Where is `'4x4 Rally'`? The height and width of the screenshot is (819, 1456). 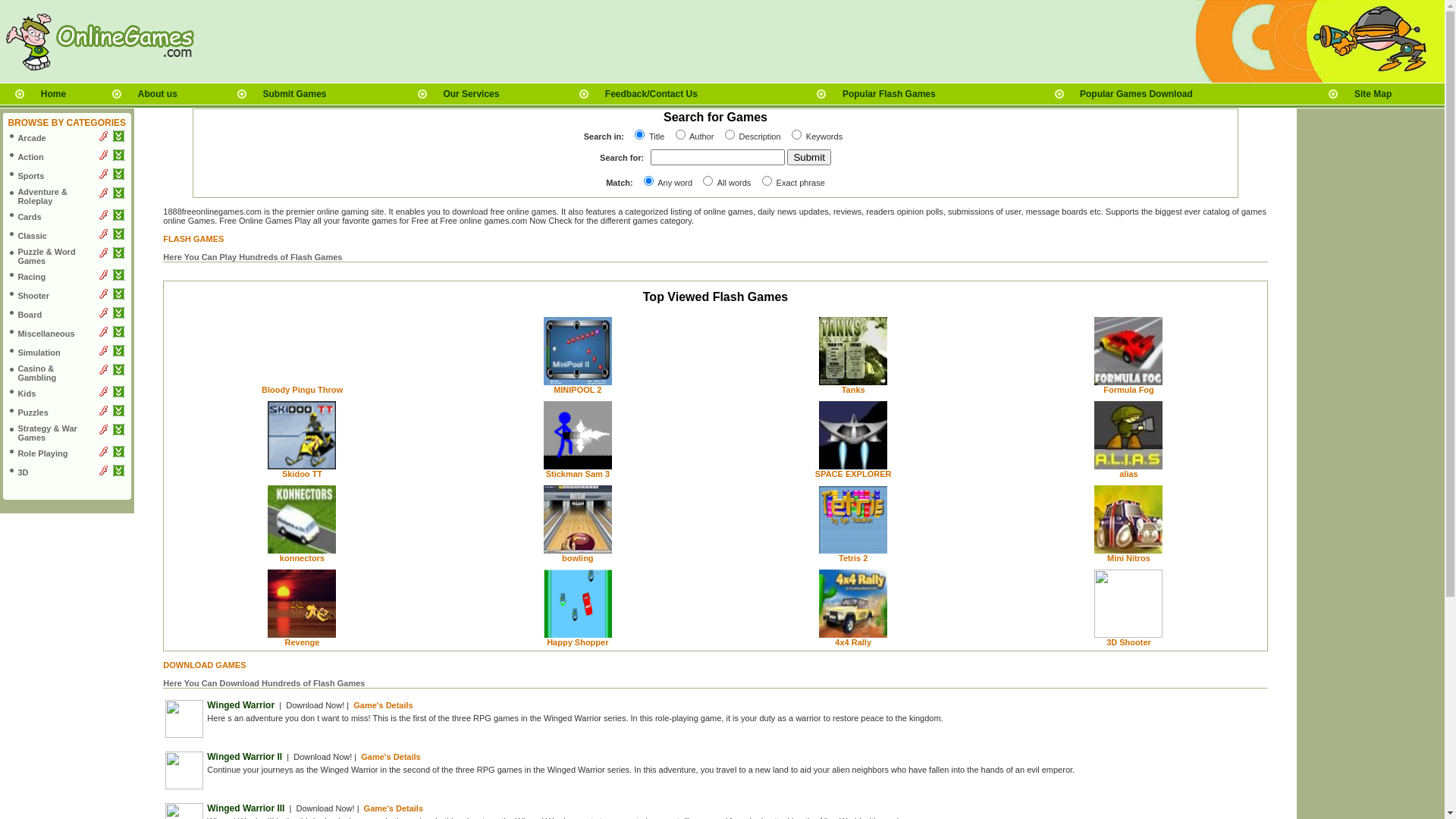
'4x4 Rally' is located at coordinates (852, 642).